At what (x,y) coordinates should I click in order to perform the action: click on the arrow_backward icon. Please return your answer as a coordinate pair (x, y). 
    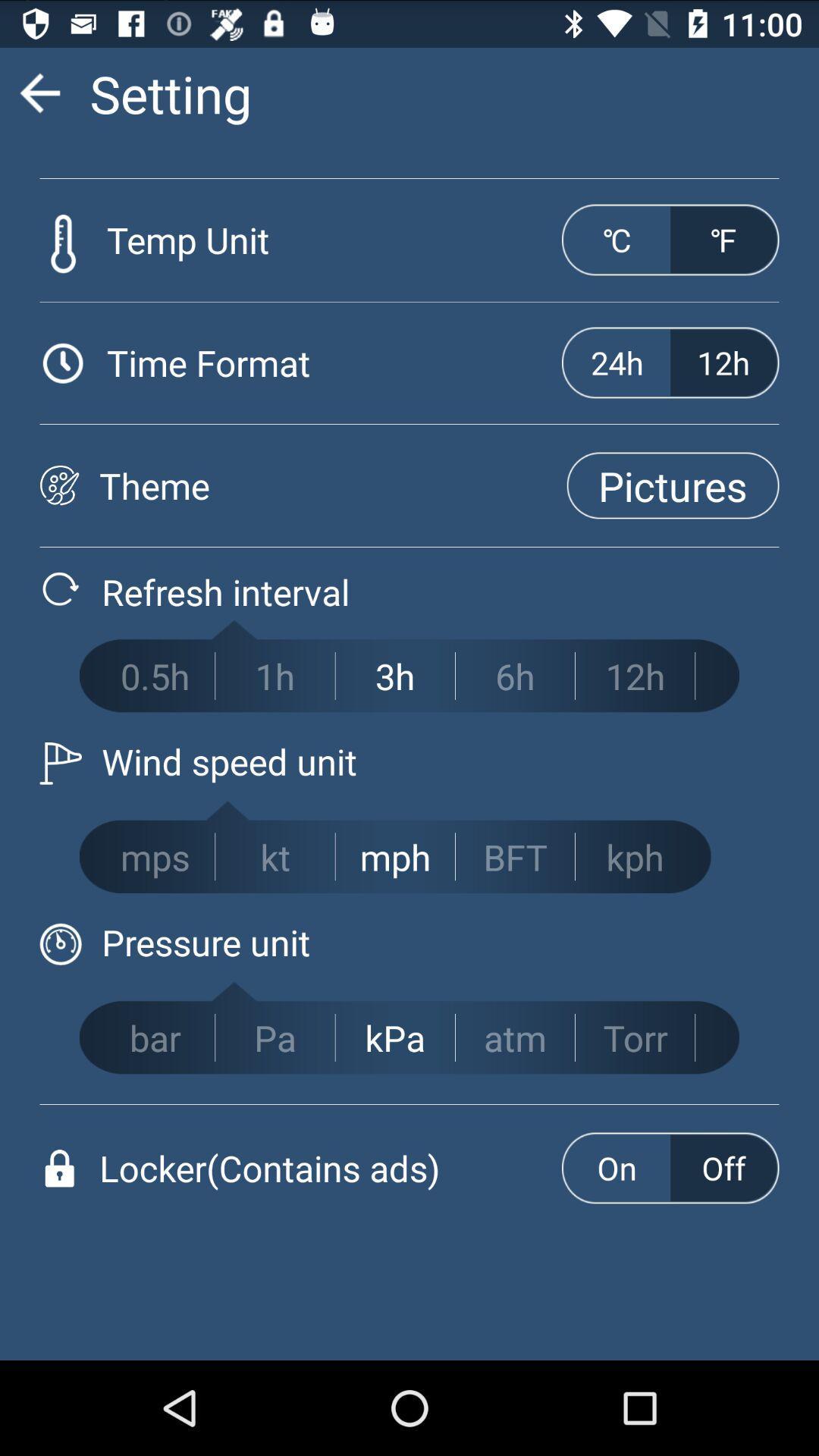
    Looking at the image, I should click on (39, 98).